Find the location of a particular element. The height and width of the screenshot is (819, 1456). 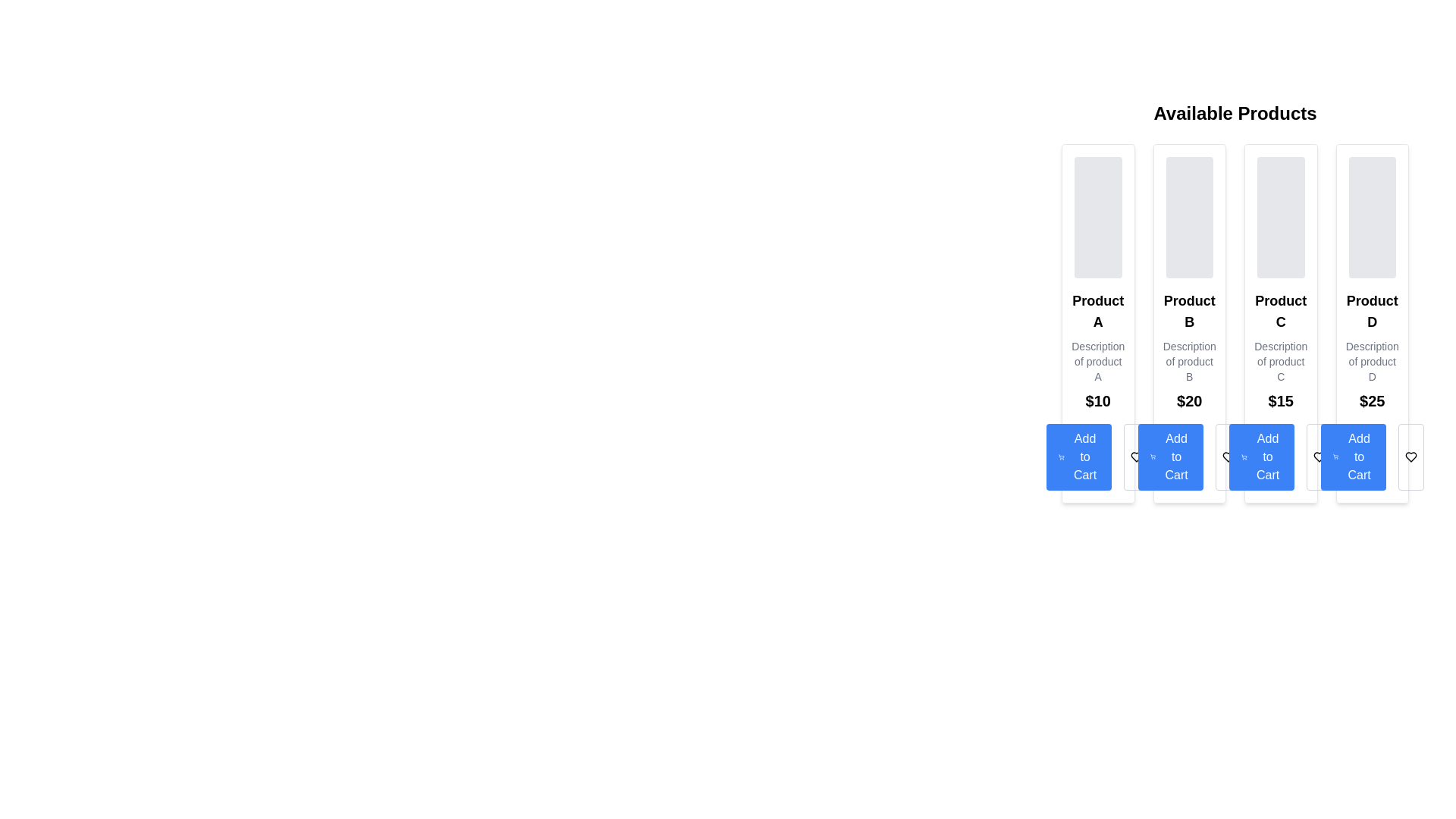

the textual element that contains the description 'Description of product A', which is styled in a smaller gray font and located within the product card layout, positioned below the header 'Product A' and above the price '$10' is located at coordinates (1098, 362).